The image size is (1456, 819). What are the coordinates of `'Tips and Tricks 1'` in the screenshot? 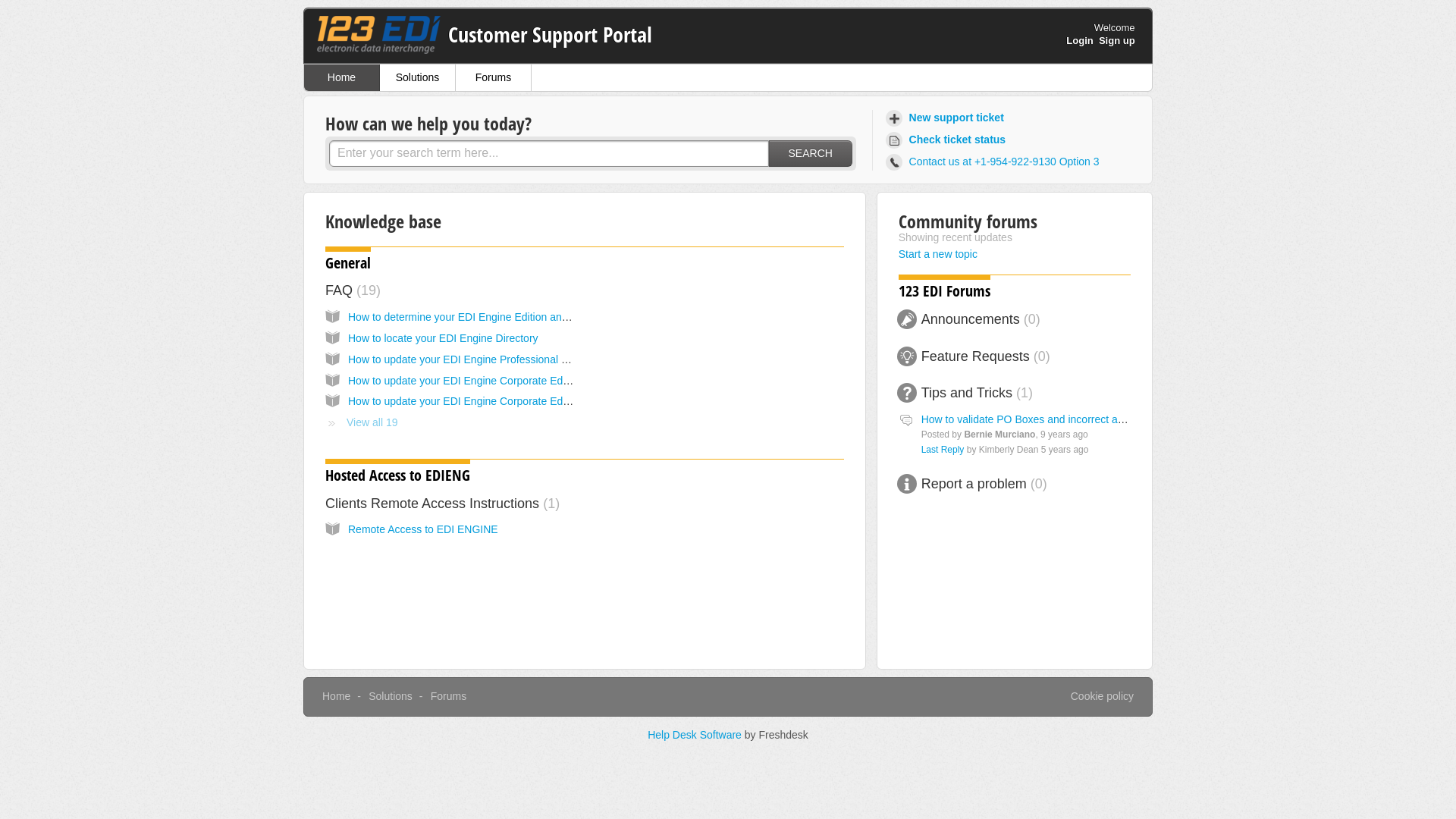 It's located at (977, 391).